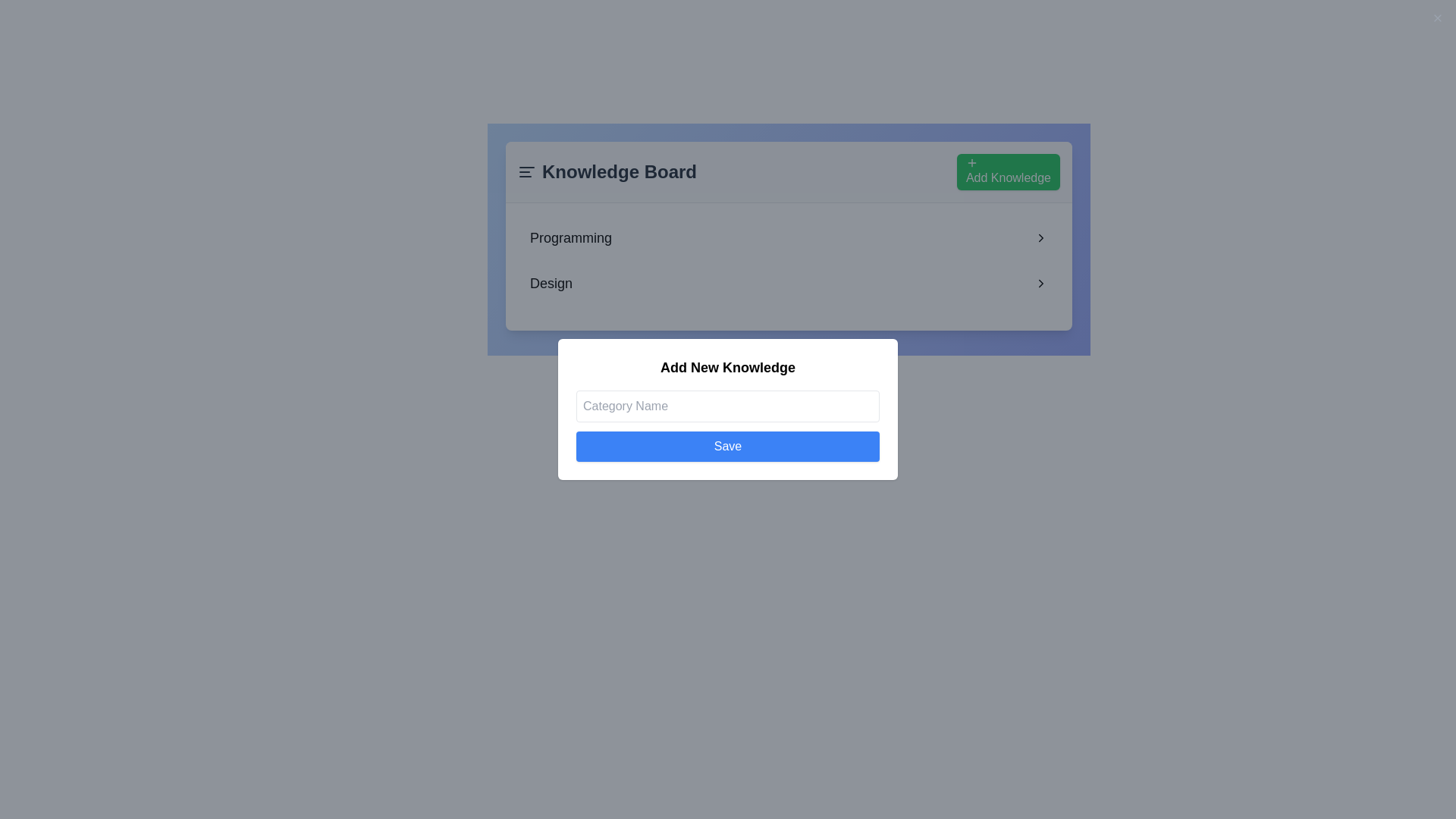 The height and width of the screenshot is (819, 1456). I want to click on displayed text from the 'Programming' category label, which is the first item in the menu under 'Knowledge Board' and is located to the left of an arrow icon, so click(570, 237).